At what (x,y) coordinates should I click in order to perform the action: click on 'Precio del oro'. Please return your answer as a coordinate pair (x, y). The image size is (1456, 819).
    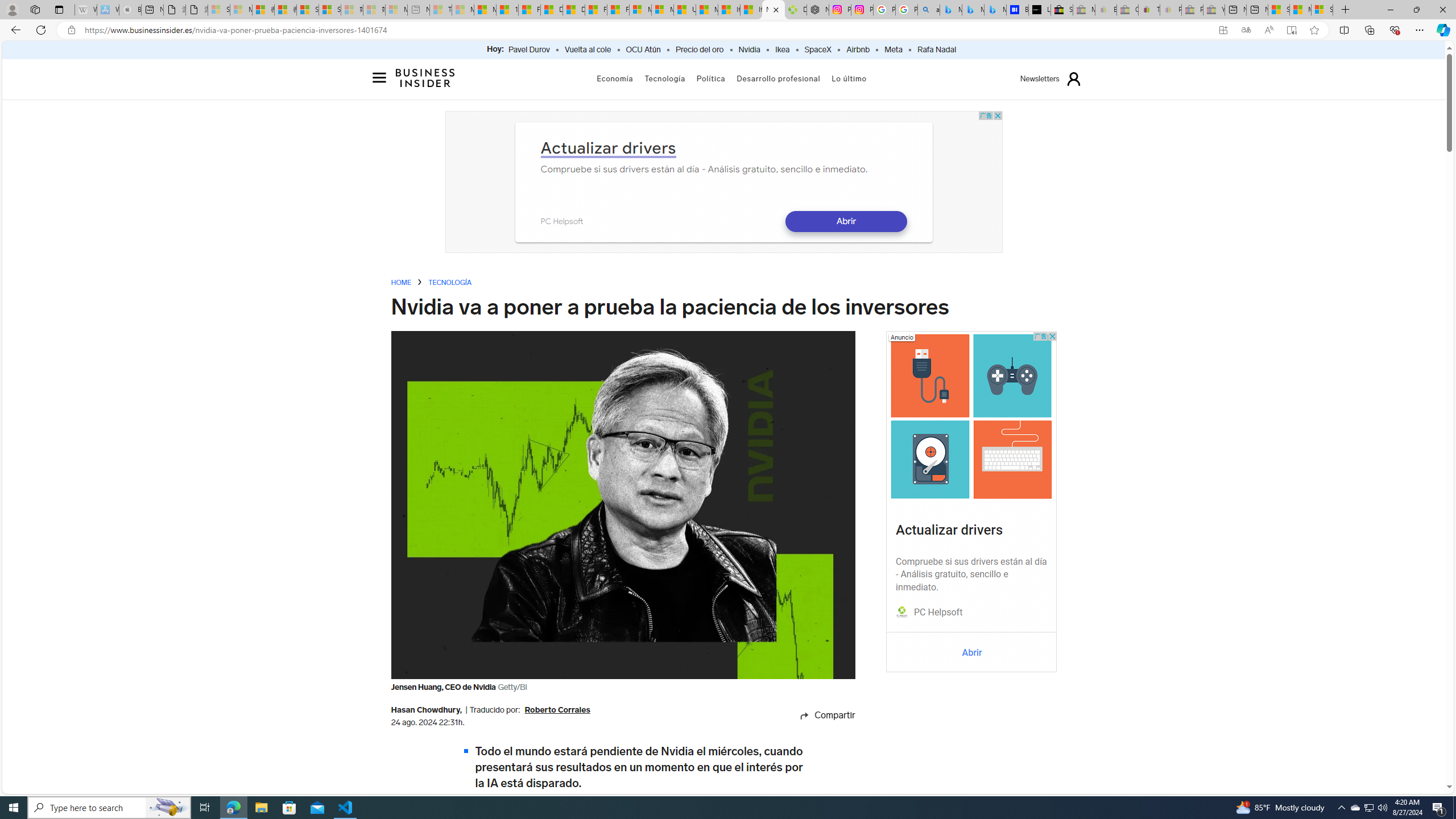
    Looking at the image, I should click on (700, 49).